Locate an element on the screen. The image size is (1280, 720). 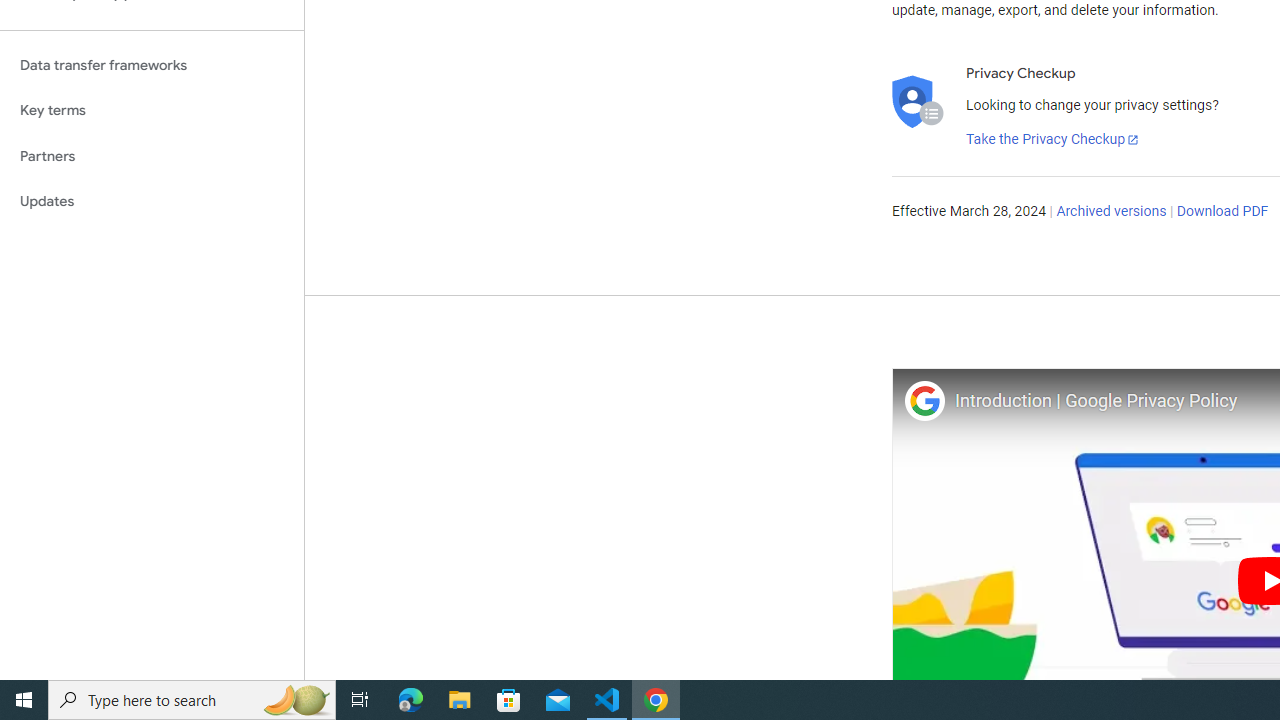
'Download PDF' is located at coordinates (1221, 212).